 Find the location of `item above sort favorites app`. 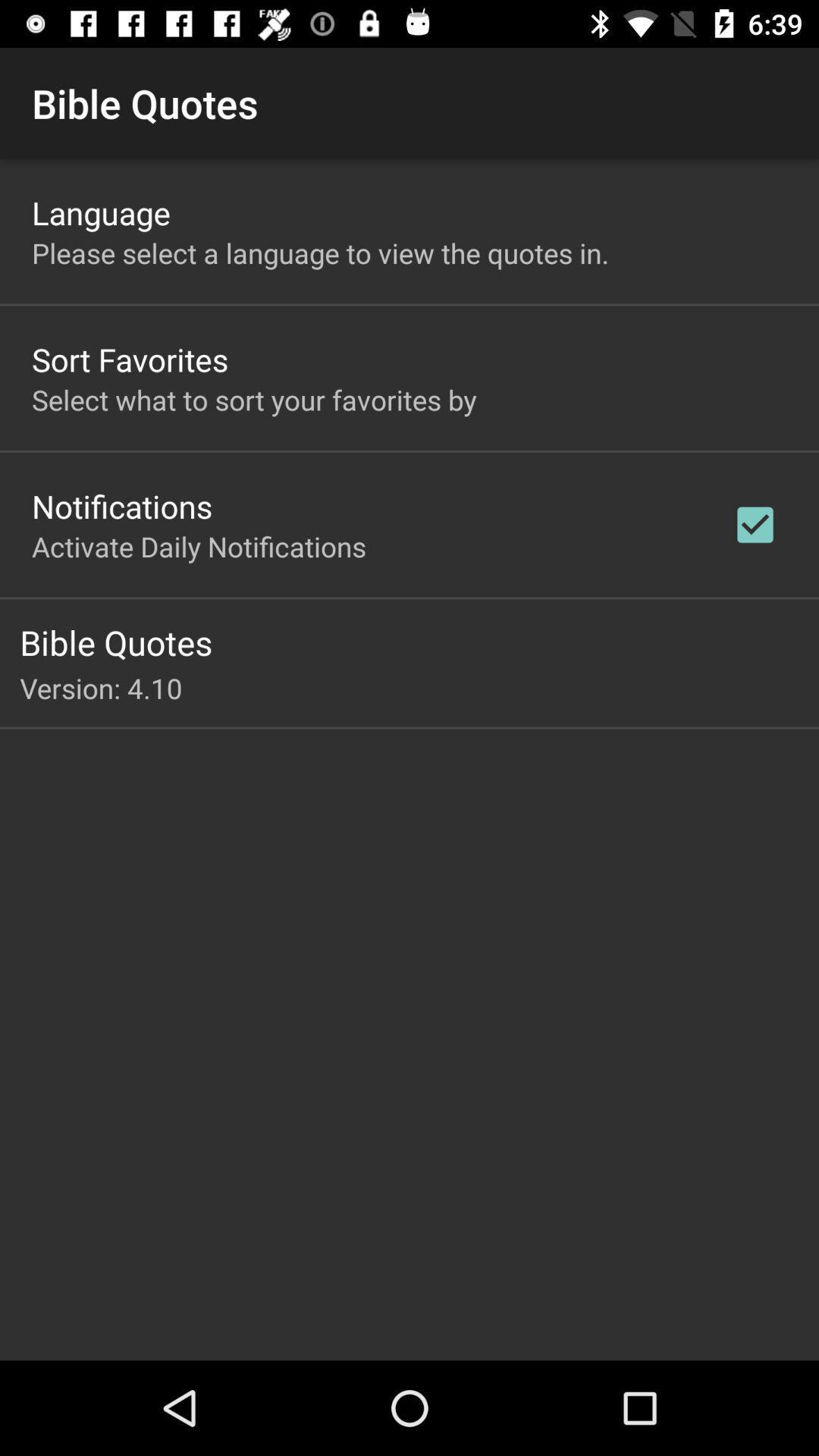

item above sort favorites app is located at coordinates (319, 253).